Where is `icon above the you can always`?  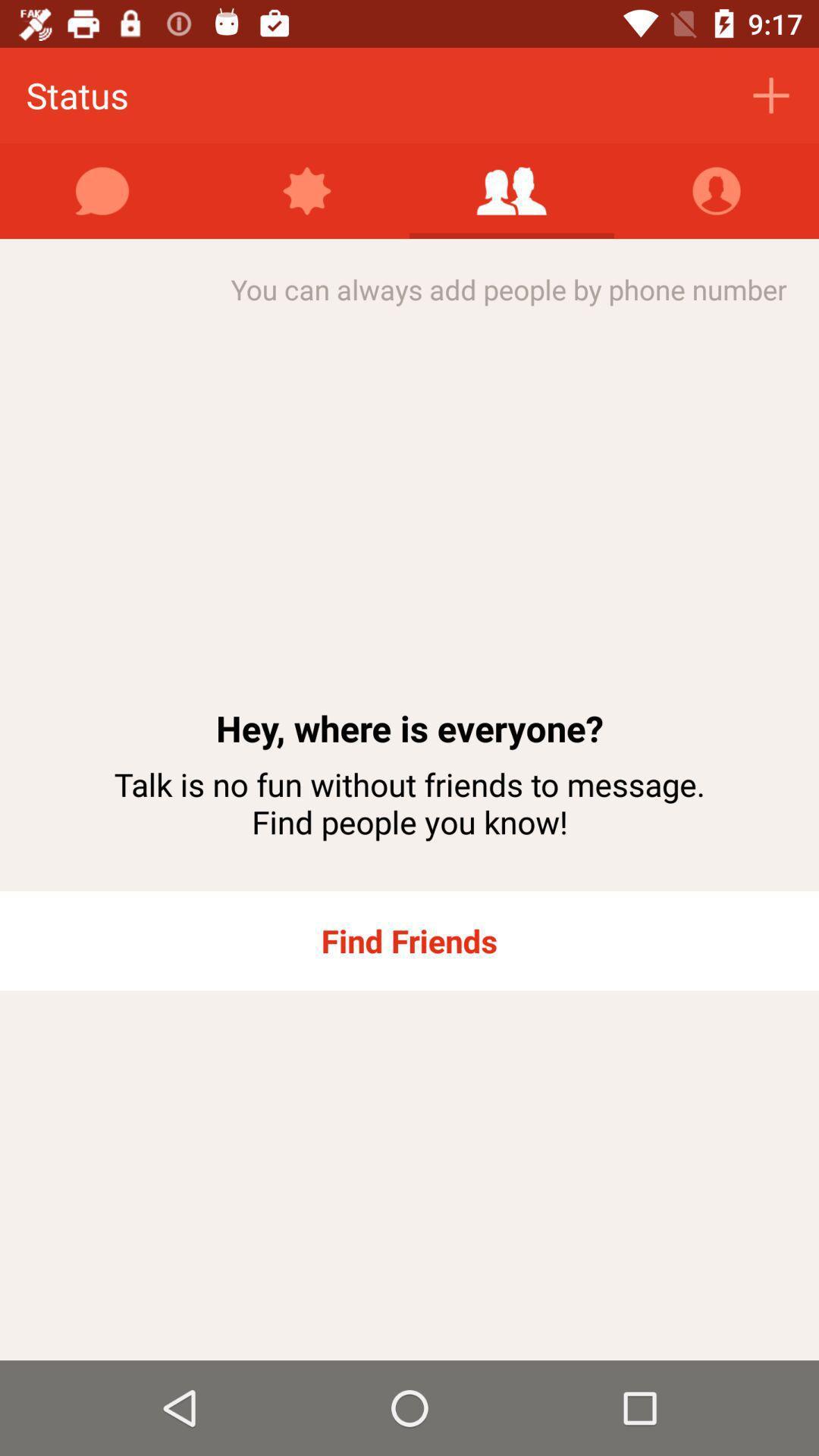 icon above the you can always is located at coordinates (717, 190).